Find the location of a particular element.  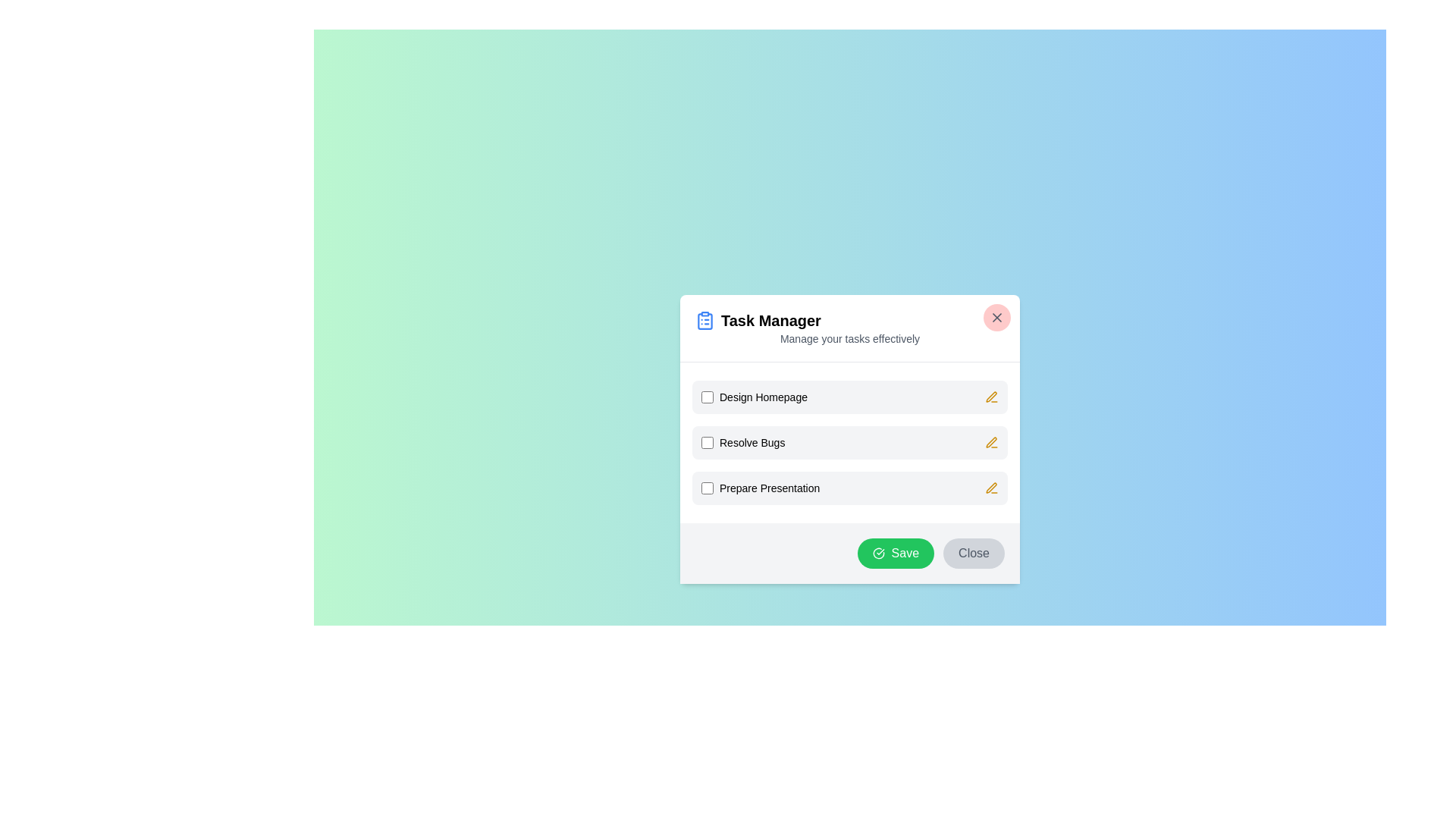

the active checkbox with a green outline located within the 'Prepare Presentation' group is located at coordinates (706, 488).